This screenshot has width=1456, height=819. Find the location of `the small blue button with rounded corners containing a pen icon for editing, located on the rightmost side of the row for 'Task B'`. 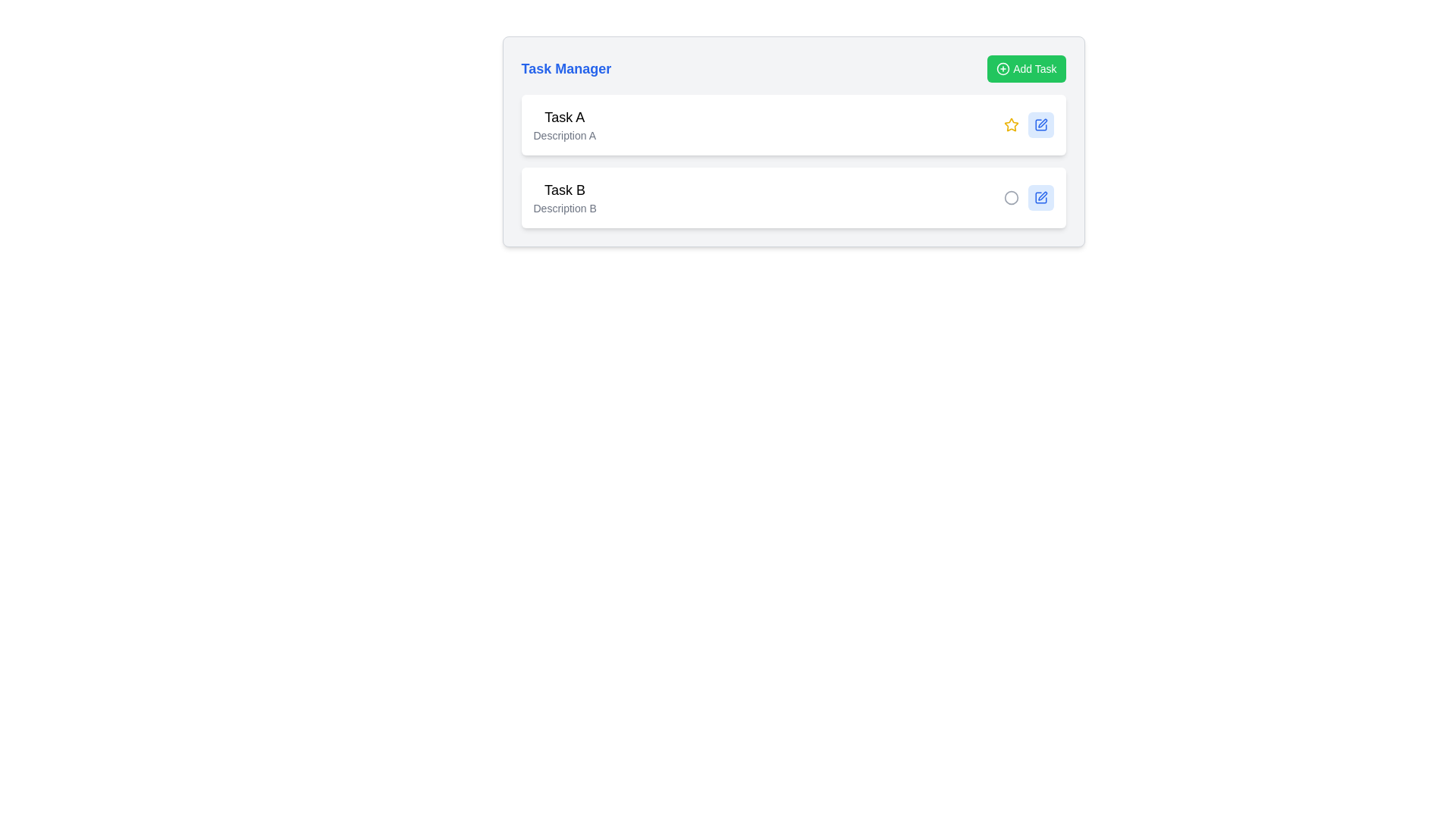

the small blue button with rounded corners containing a pen icon for editing, located on the rightmost side of the row for 'Task B' is located at coordinates (1040, 197).